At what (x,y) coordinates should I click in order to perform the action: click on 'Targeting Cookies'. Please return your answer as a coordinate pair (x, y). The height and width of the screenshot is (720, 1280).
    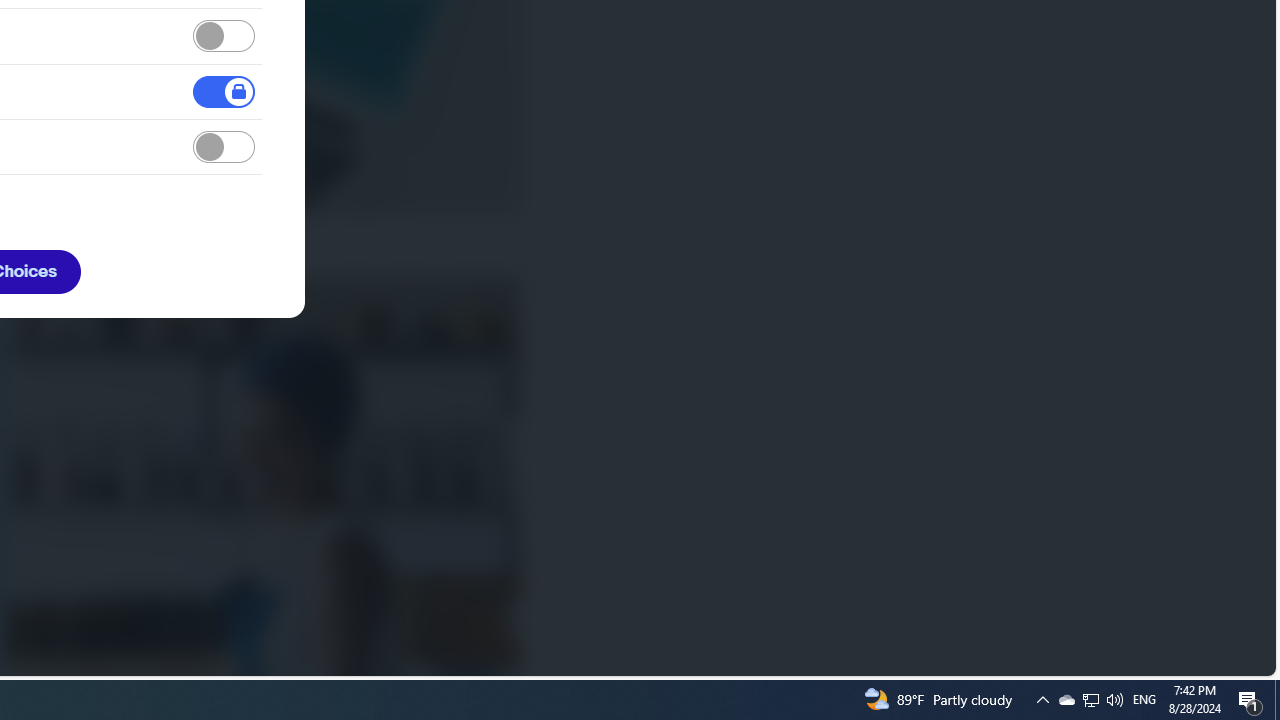
    Looking at the image, I should click on (224, 146).